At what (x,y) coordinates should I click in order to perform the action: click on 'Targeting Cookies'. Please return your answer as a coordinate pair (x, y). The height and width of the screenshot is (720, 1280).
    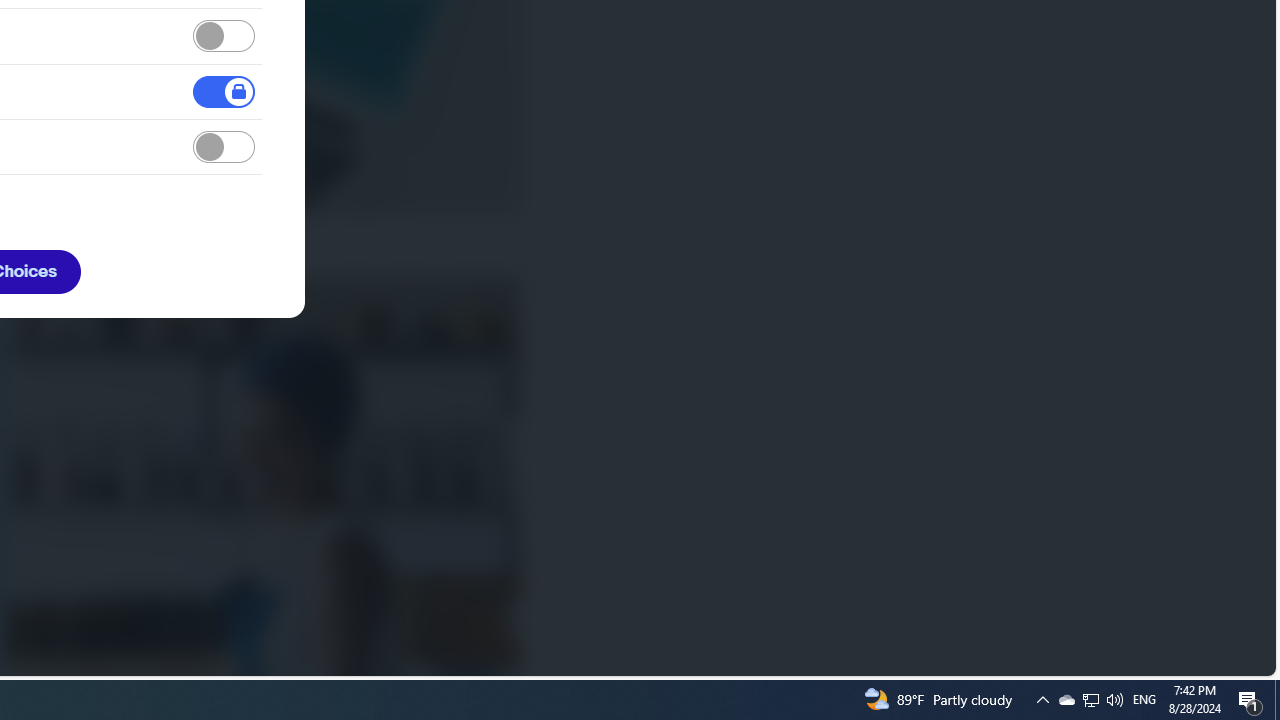
    Looking at the image, I should click on (224, 146).